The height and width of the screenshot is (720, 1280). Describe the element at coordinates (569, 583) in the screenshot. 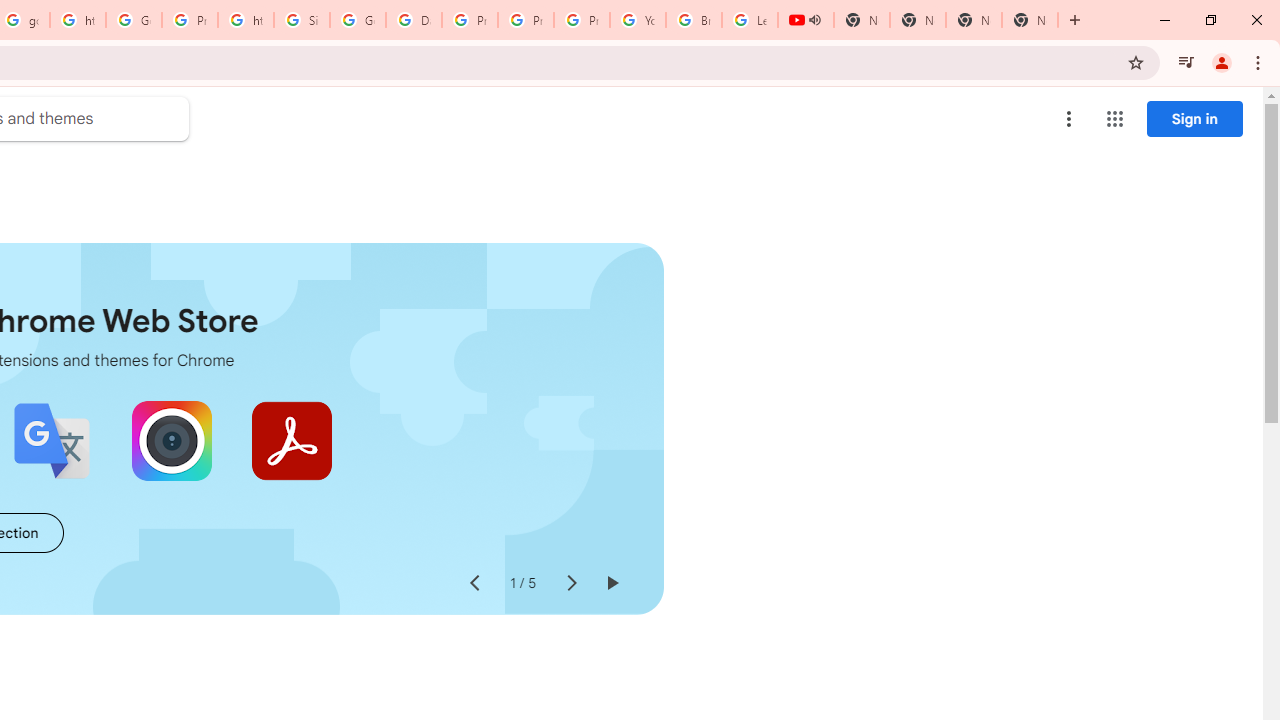

I see `'Next slide'` at that location.